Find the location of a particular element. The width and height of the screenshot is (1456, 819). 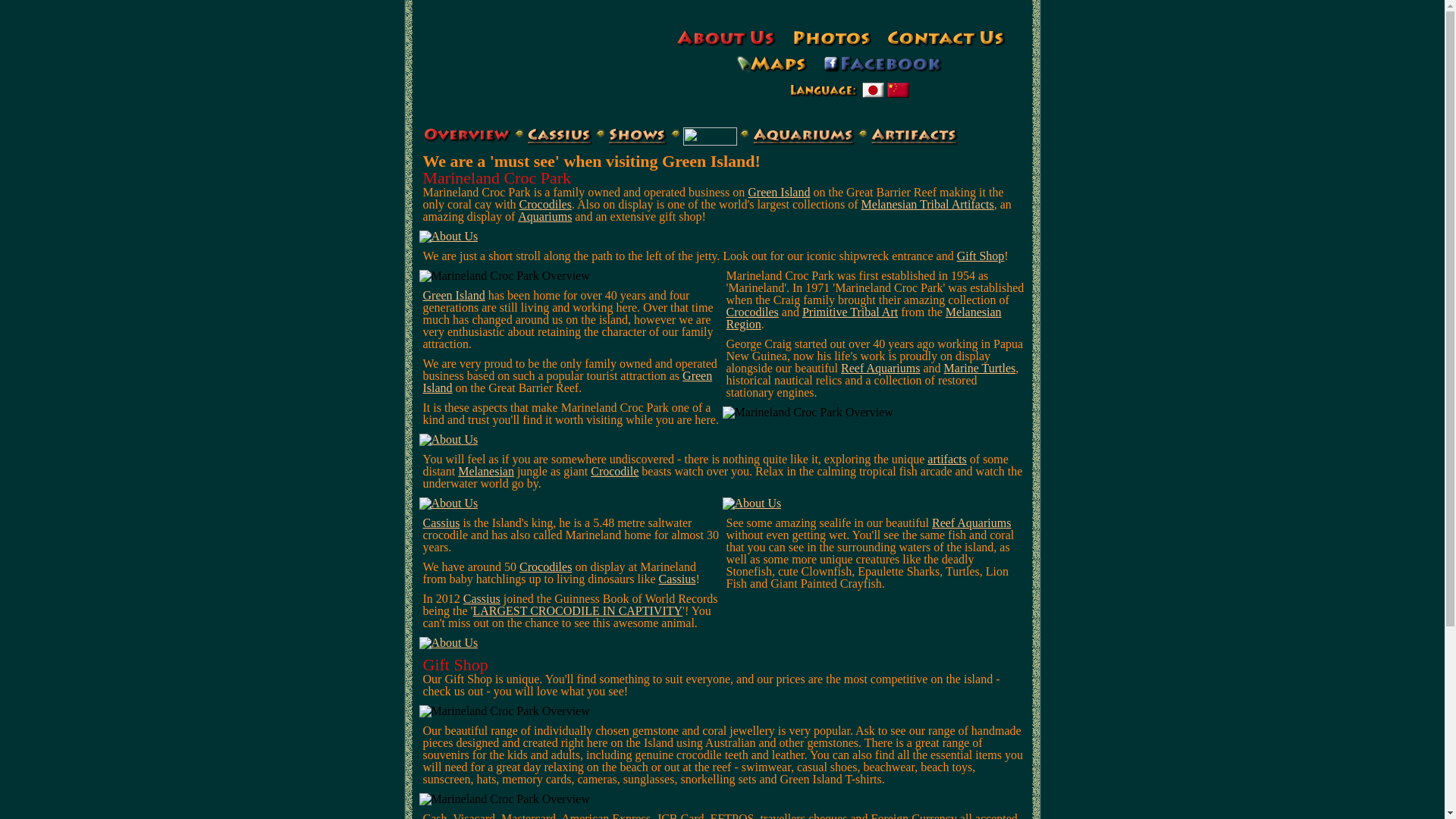

'Reef Aquariums' is located at coordinates (880, 368).